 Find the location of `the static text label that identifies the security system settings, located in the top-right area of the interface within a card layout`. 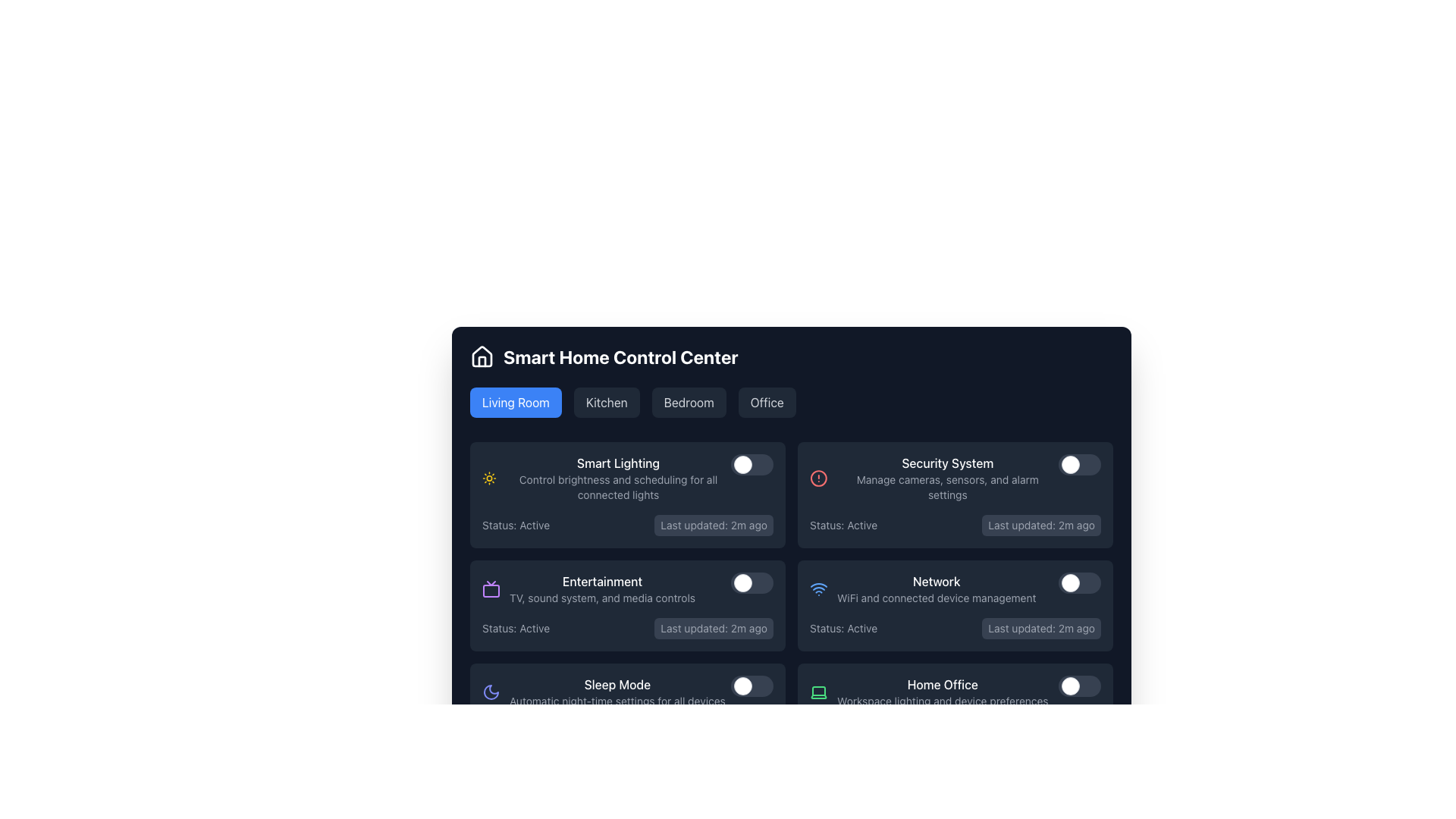

the static text label that identifies the security system settings, located in the top-right area of the interface within a card layout is located at coordinates (946, 462).